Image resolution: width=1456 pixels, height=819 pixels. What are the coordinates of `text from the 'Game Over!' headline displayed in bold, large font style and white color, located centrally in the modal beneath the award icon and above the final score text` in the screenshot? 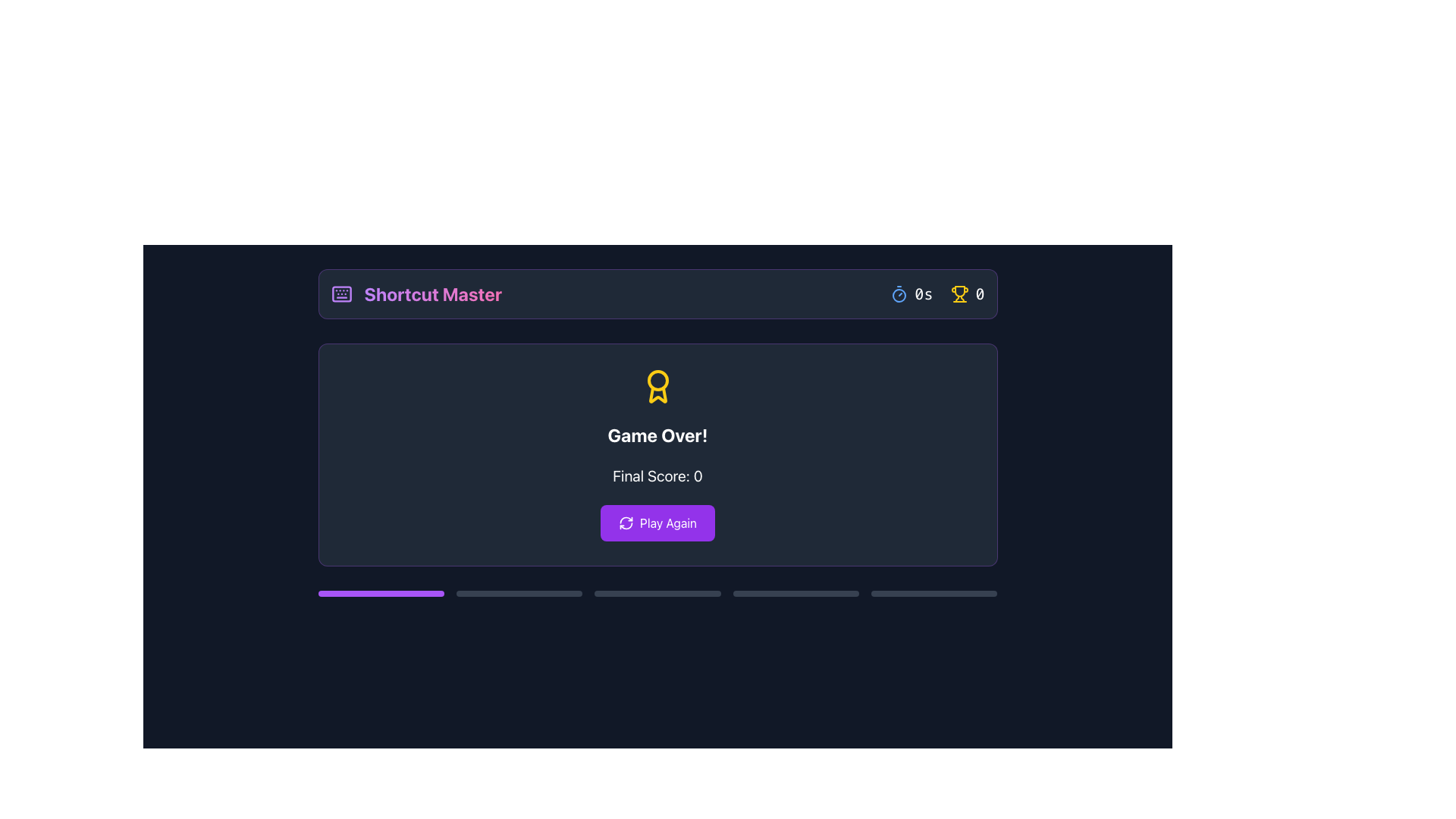 It's located at (657, 435).